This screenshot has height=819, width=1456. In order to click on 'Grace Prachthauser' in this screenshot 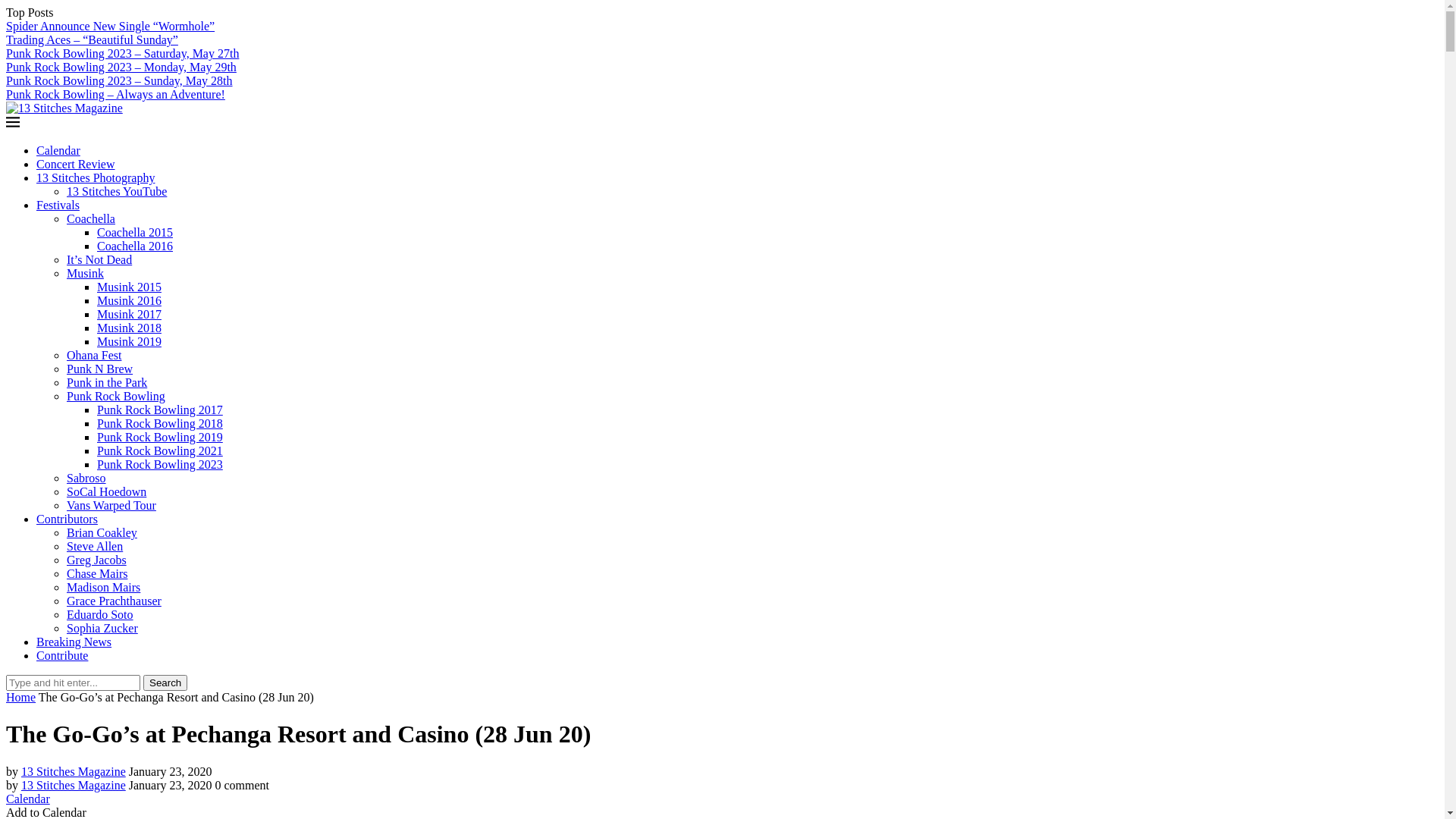, I will do `click(65, 600)`.